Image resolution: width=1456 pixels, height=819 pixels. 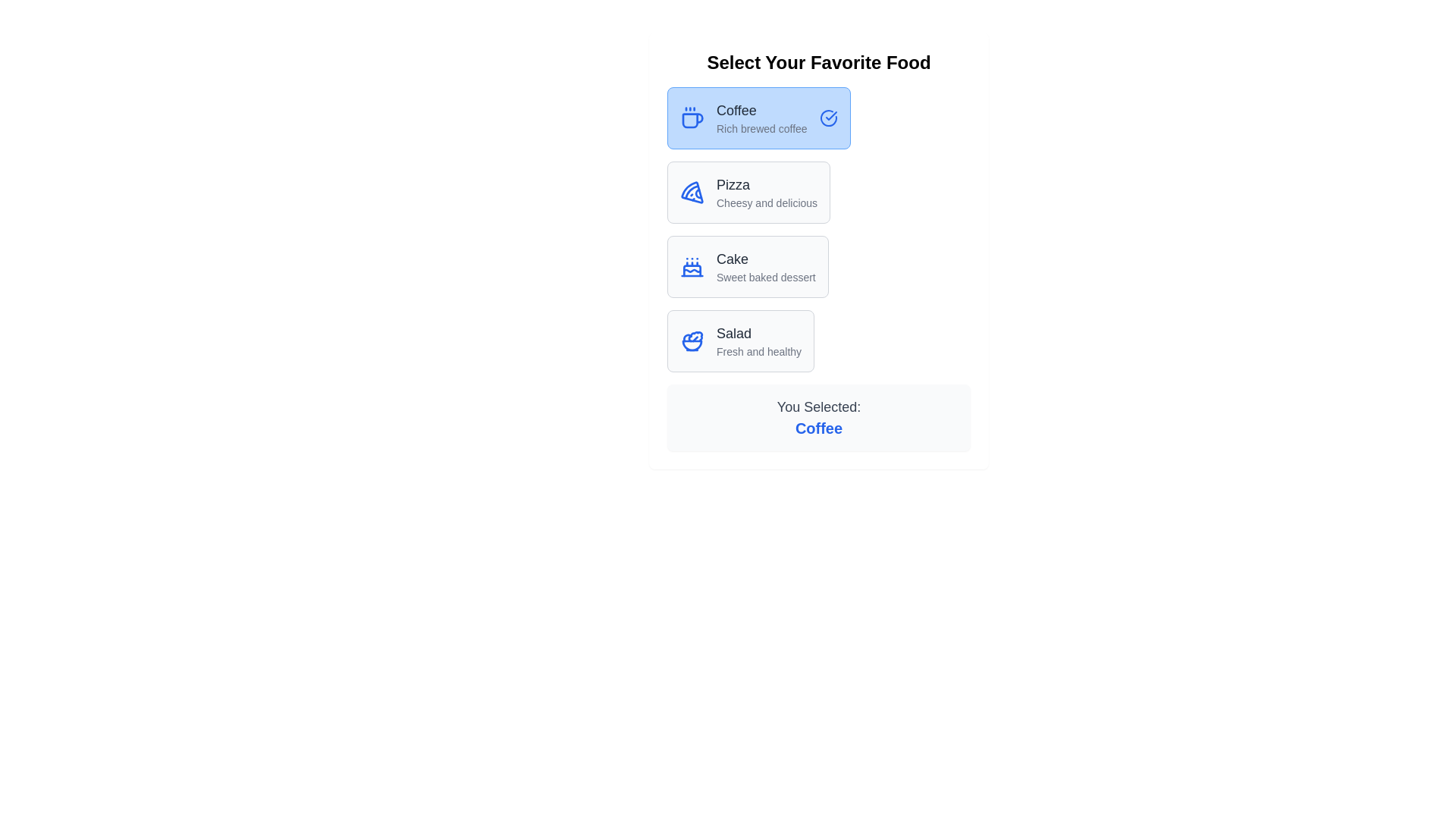 What do you see at coordinates (818, 406) in the screenshot?
I see `the introductory Text label located near the center-bottom of the interface, which precedes the bold, blue-colored text element reading 'Coffee.'` at bounding box center [818, 406].